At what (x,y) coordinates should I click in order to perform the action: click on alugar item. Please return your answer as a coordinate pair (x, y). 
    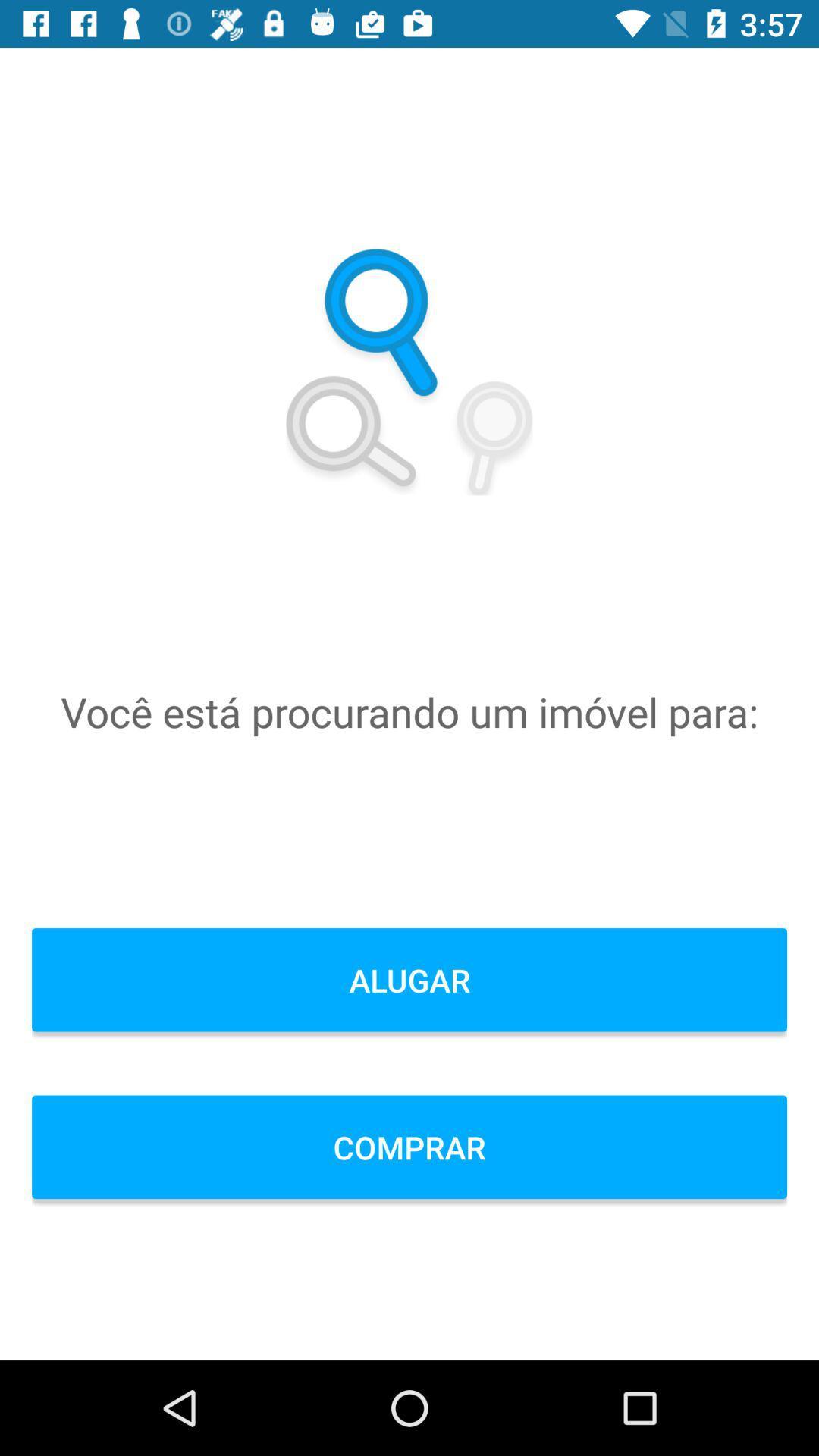
    Looking at the image, I should click on (409, 980).